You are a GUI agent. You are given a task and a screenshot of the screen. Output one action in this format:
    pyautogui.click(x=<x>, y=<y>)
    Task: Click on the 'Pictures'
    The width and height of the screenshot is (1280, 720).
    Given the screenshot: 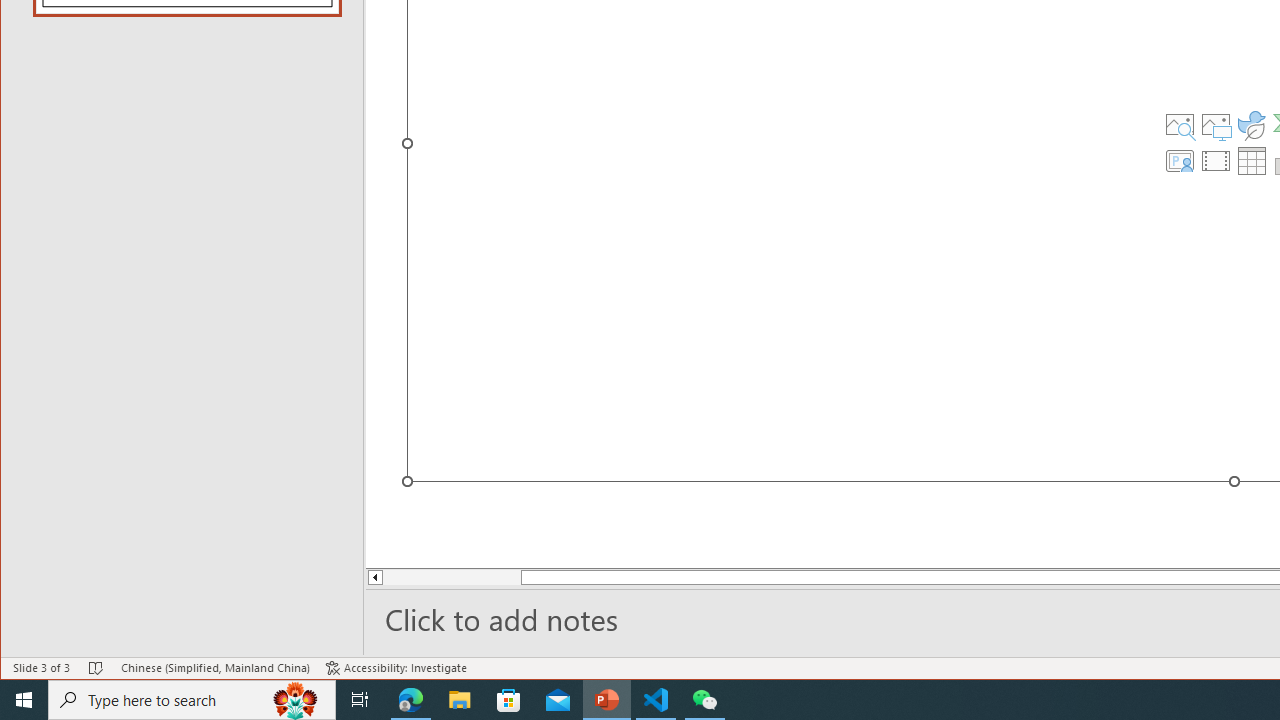 What is the action you would take?
    pyautogui.click(x=1215, y=124)
    